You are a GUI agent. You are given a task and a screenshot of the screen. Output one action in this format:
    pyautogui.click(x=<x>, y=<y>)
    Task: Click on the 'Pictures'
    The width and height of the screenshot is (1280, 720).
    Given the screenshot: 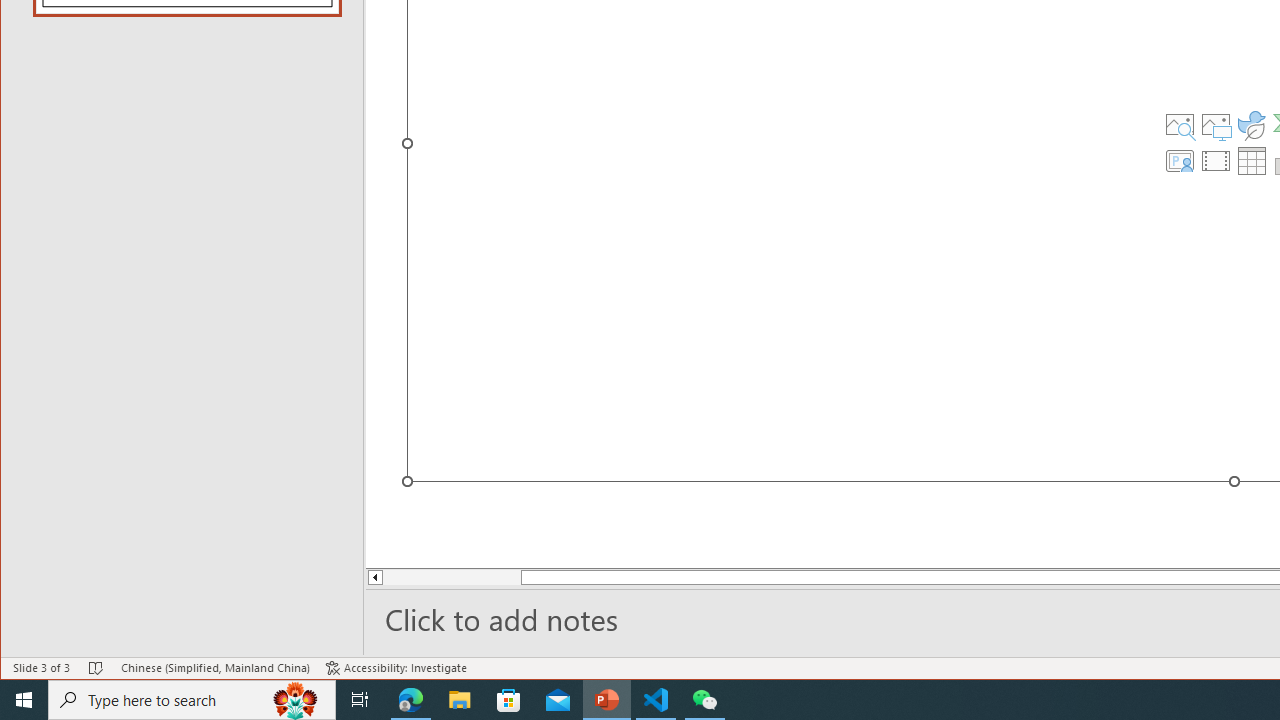 What is the action you would take?
    pyautogui.click(x=1215, y=124)
    